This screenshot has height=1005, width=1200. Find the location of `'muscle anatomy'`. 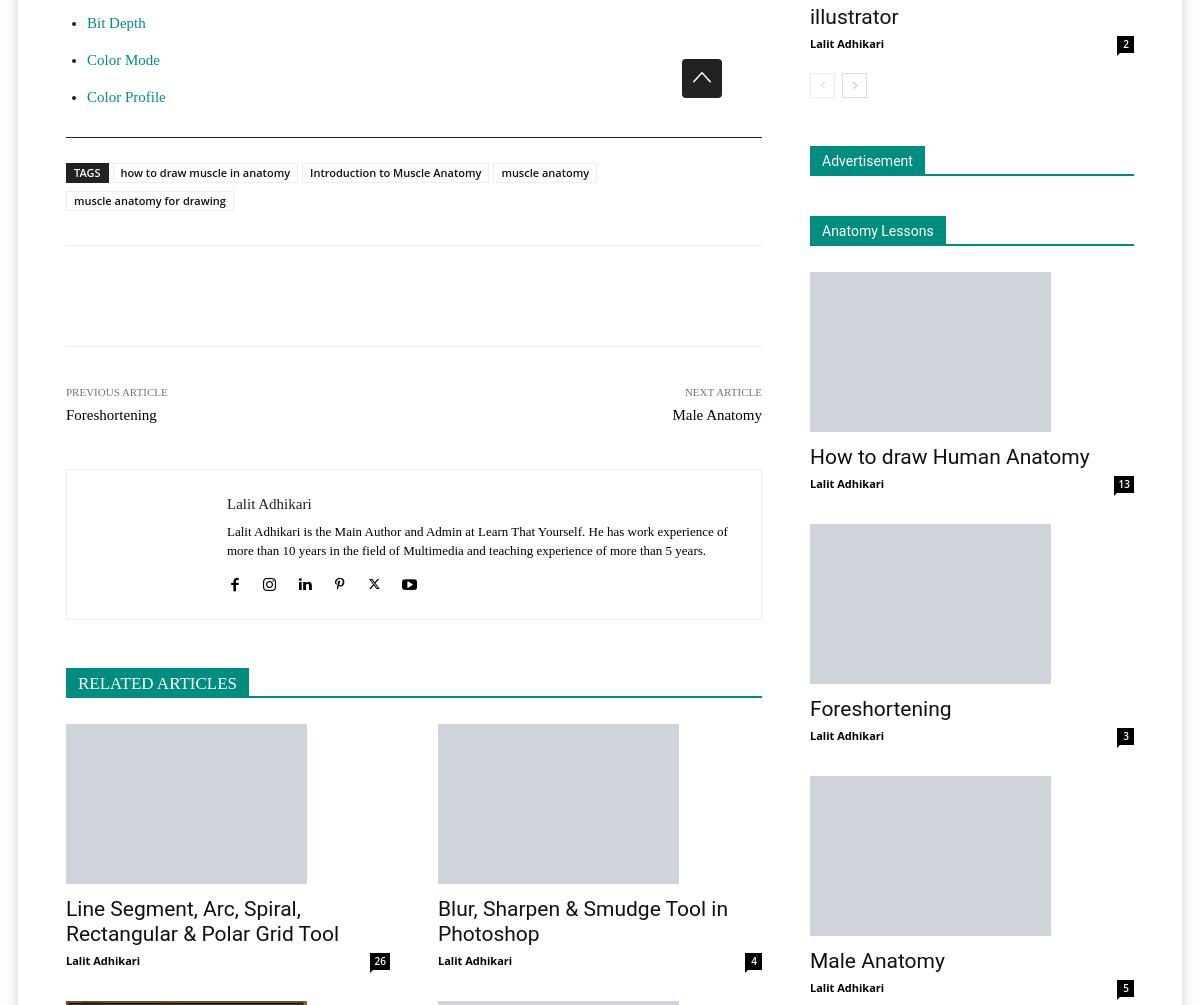

'muscle anatomy' is located at coordinates (544, 171).